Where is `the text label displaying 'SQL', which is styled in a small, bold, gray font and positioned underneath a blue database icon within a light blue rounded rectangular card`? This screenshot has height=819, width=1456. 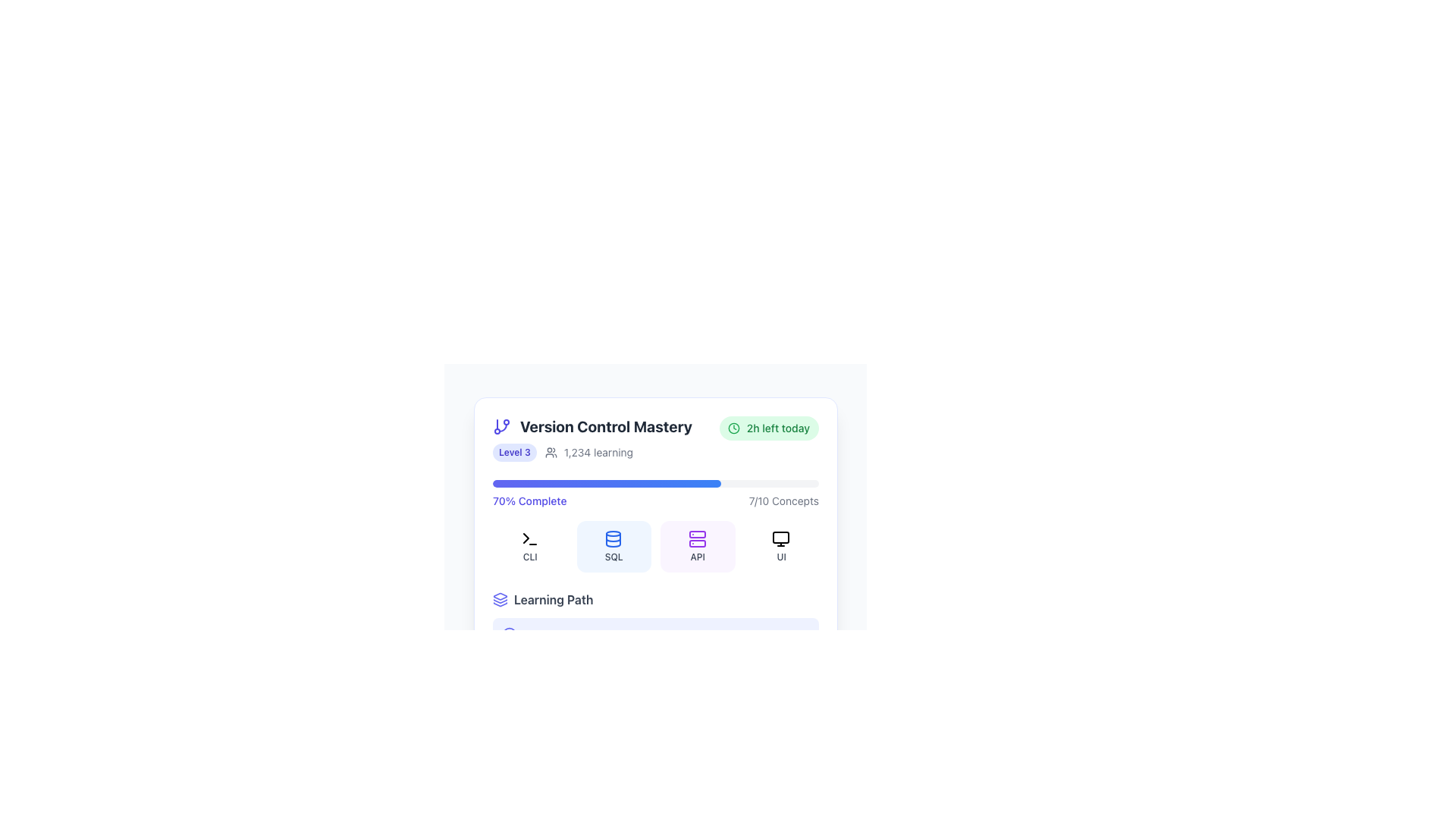 the text label displaying 'SQL', which is styled in a small, bold, gray font and positioned underneath a blue database icon within a light blue rounded rectangular card is located at coordinates (613, 557).